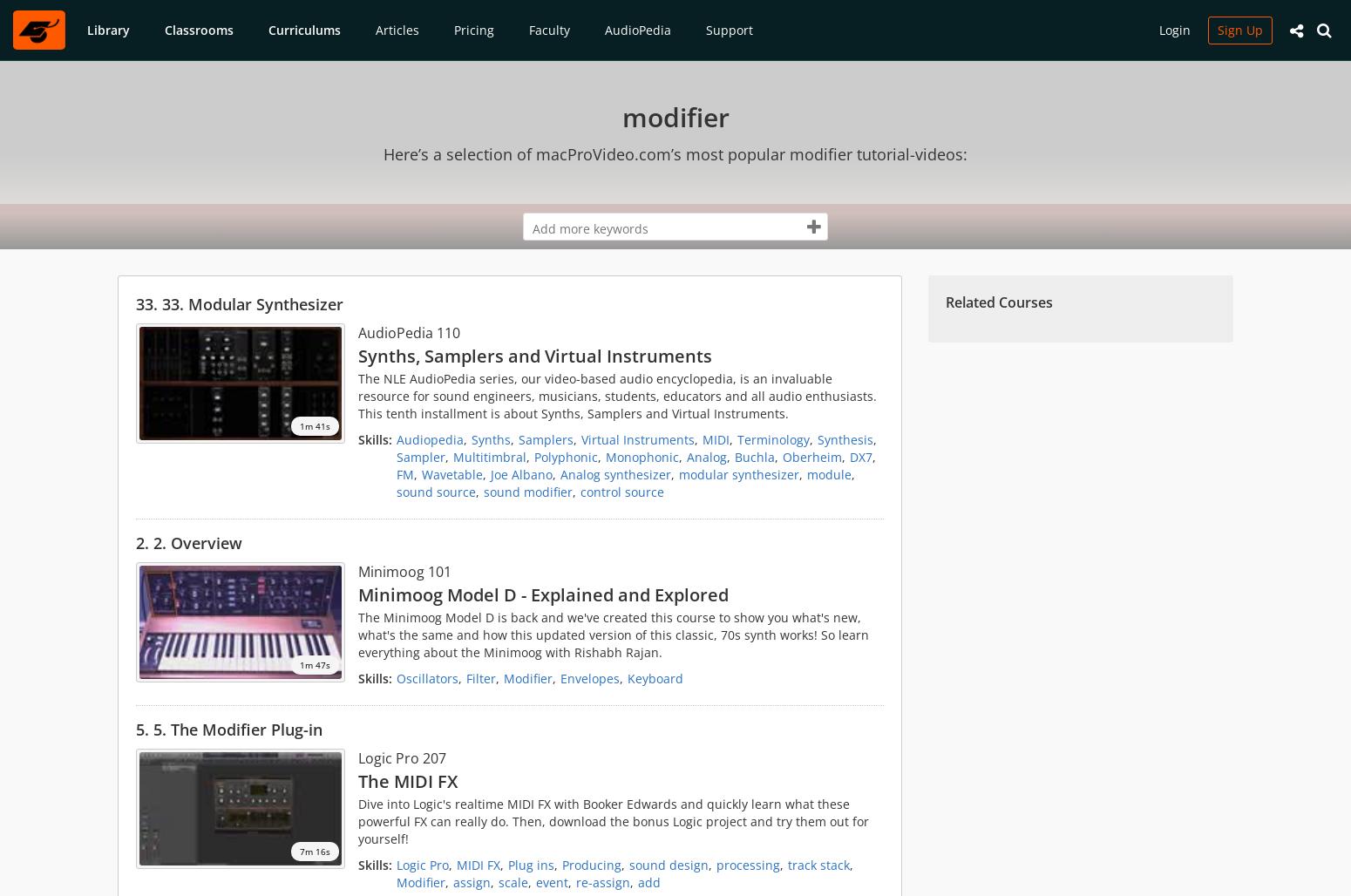 Image resolution: width=1351 pixels, height=896 pixels. What do you see at coordinates (314, 849) in the screenshot?
I see `'7m 16s'` at bounding box center [314, 849].